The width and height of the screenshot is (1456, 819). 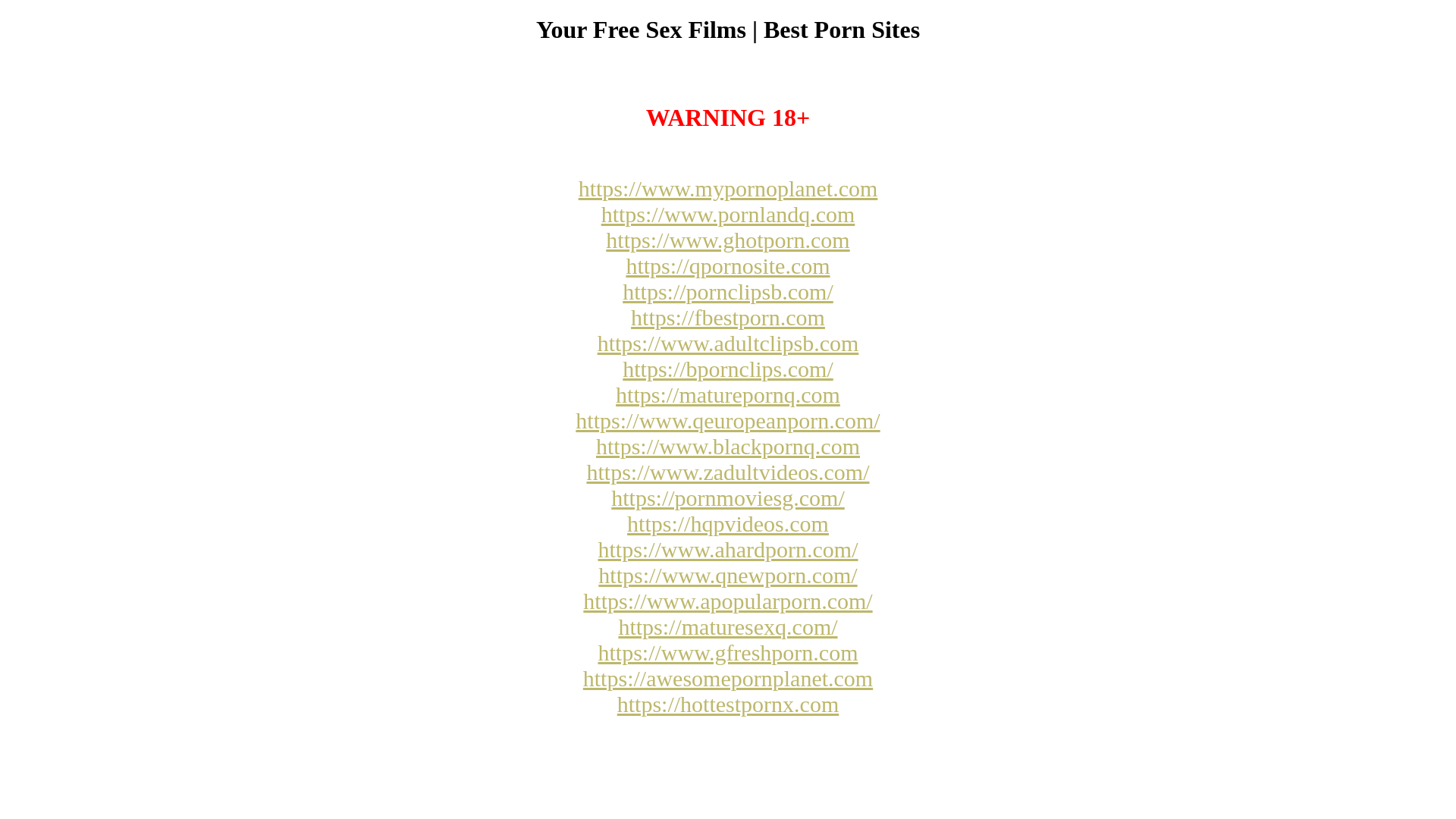 I want to click on 'https://www.zadultvideos.com/', so click(x=726, y=471).